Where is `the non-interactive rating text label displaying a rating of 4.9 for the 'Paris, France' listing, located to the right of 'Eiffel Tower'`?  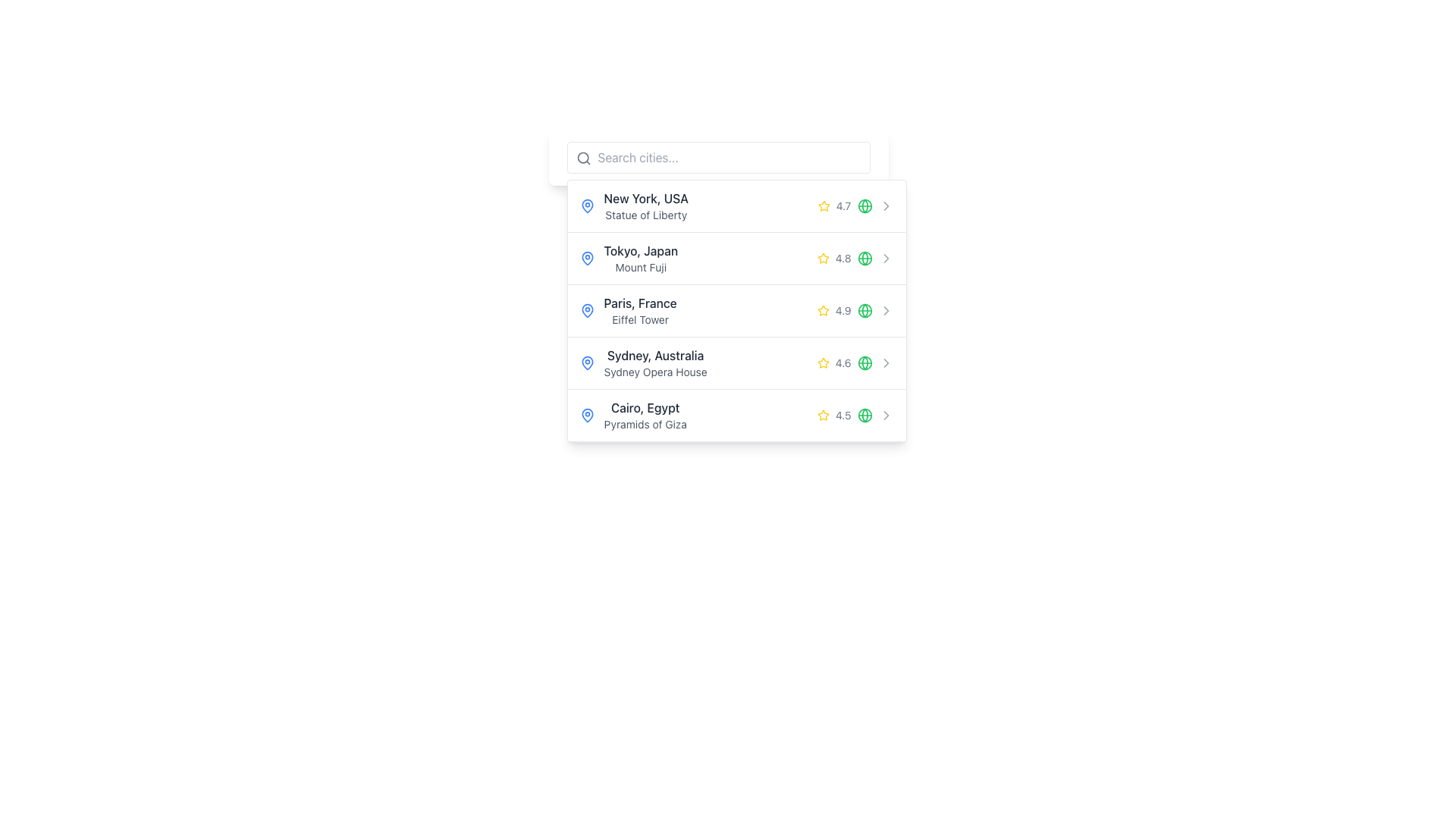 the non-interactive rating text label displaying a rating of 4.9 for the 'Paris, France' listing, located to the right of 'Eiffel Tower' is located at coordinates (844, 309).